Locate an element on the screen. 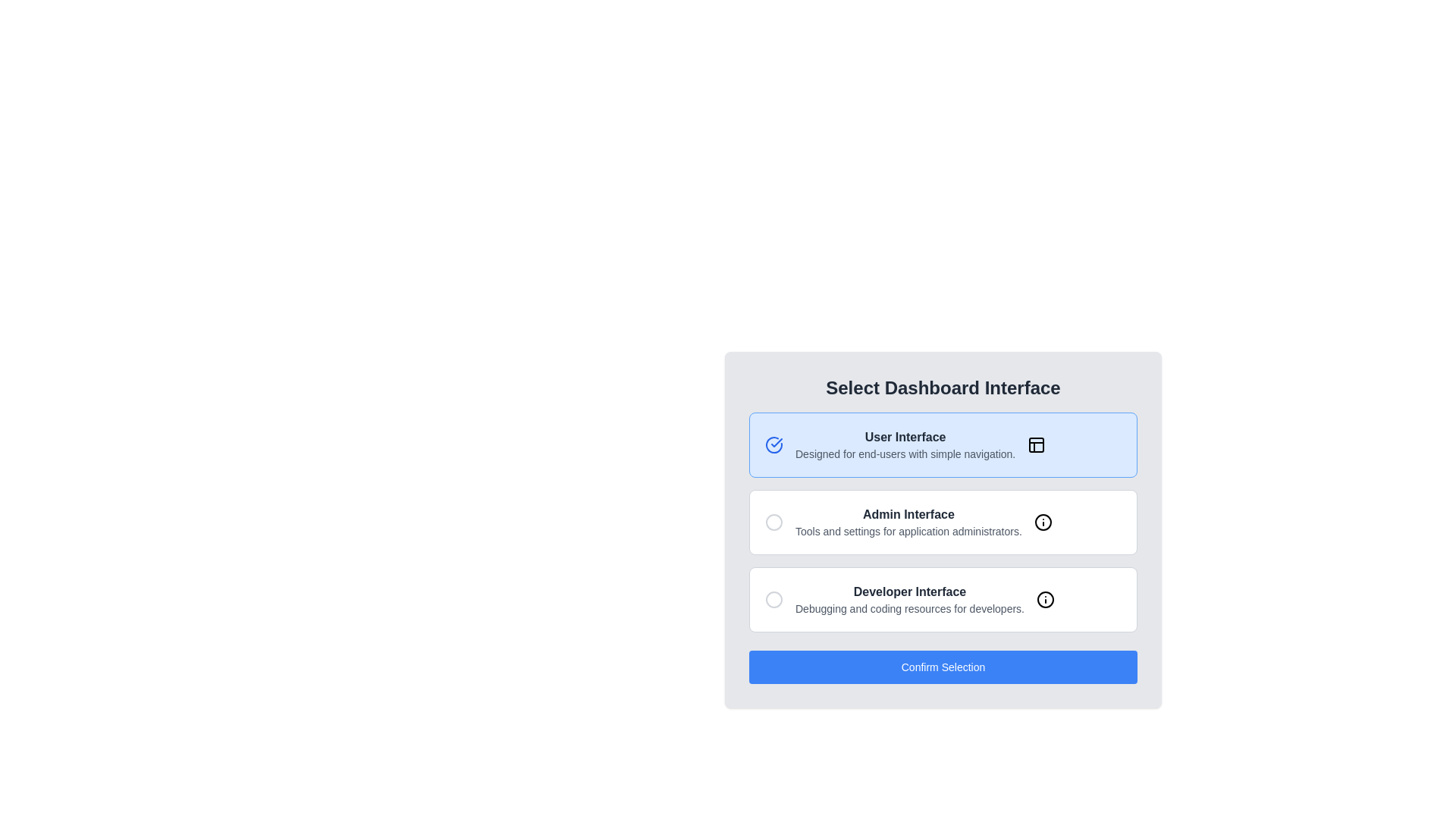 This screenshot has height=819, width=1456. the text label that provides details about the 'Developer Interface' choice, located in the third card of the vertical list of interface selection cards, below 'Admin Interface' and above the 'Confirm Selection' button is located at coordinates (910, 598).